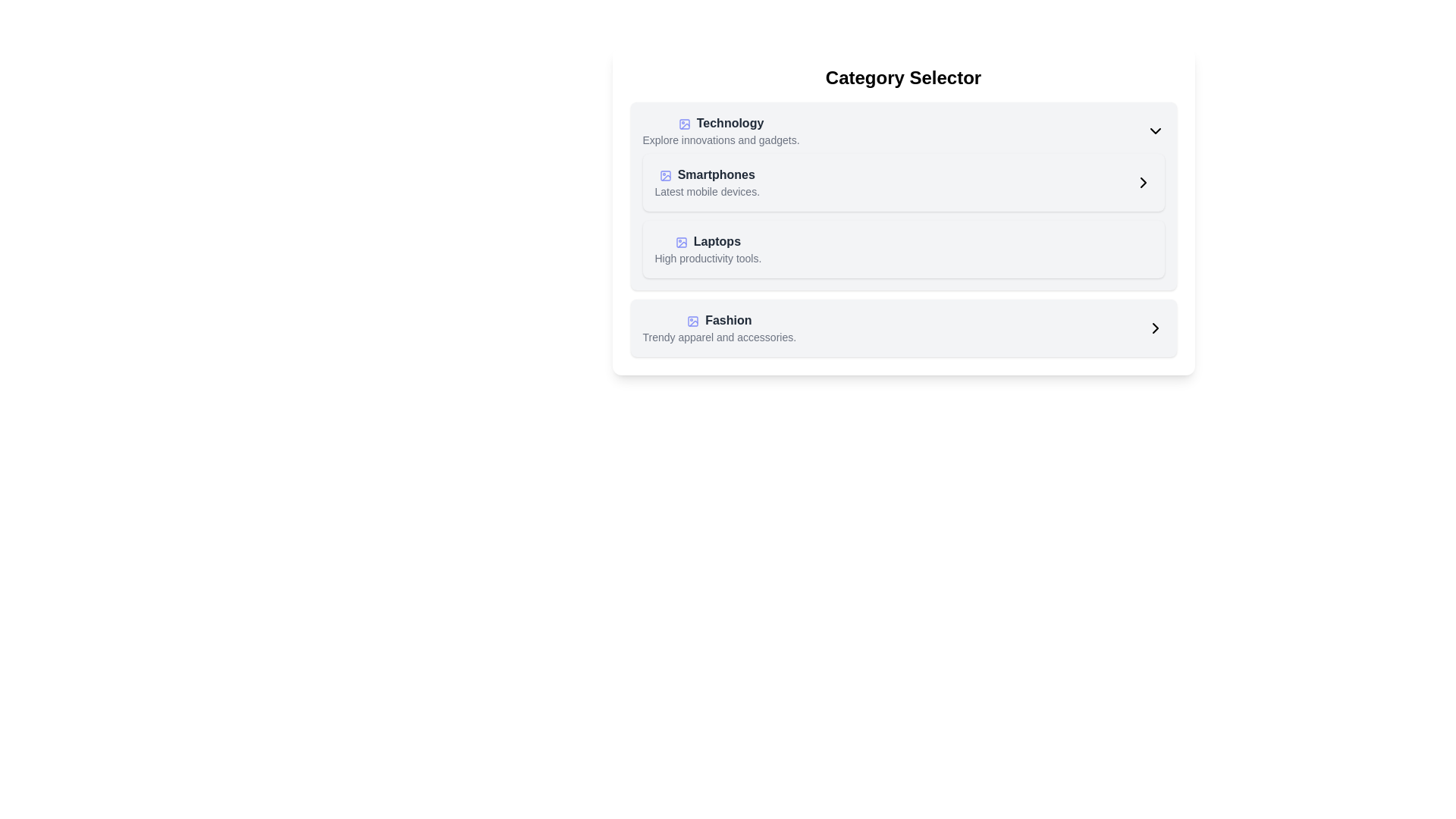  Describe the element at coordinates (1143, 181) in the screenshot. I see `the navigation arrow icon in the top-right corner of the 'Smartphones' category entry block` at that location.